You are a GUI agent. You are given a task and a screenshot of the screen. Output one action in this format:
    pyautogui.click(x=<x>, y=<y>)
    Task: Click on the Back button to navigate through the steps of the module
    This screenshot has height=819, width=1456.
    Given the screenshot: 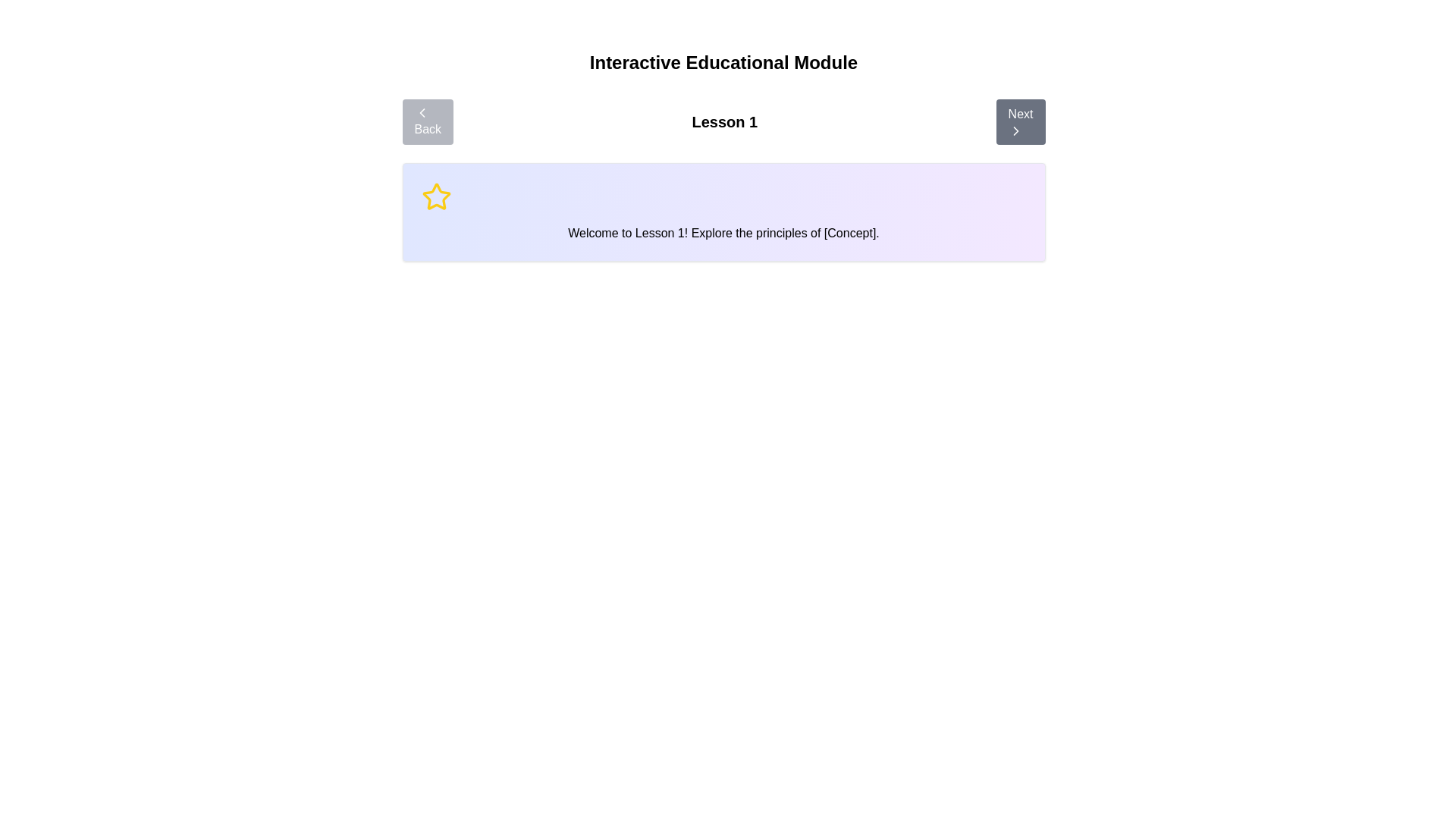 What is the action you would take?
    pyautogui.click(x=427, y=121)
    